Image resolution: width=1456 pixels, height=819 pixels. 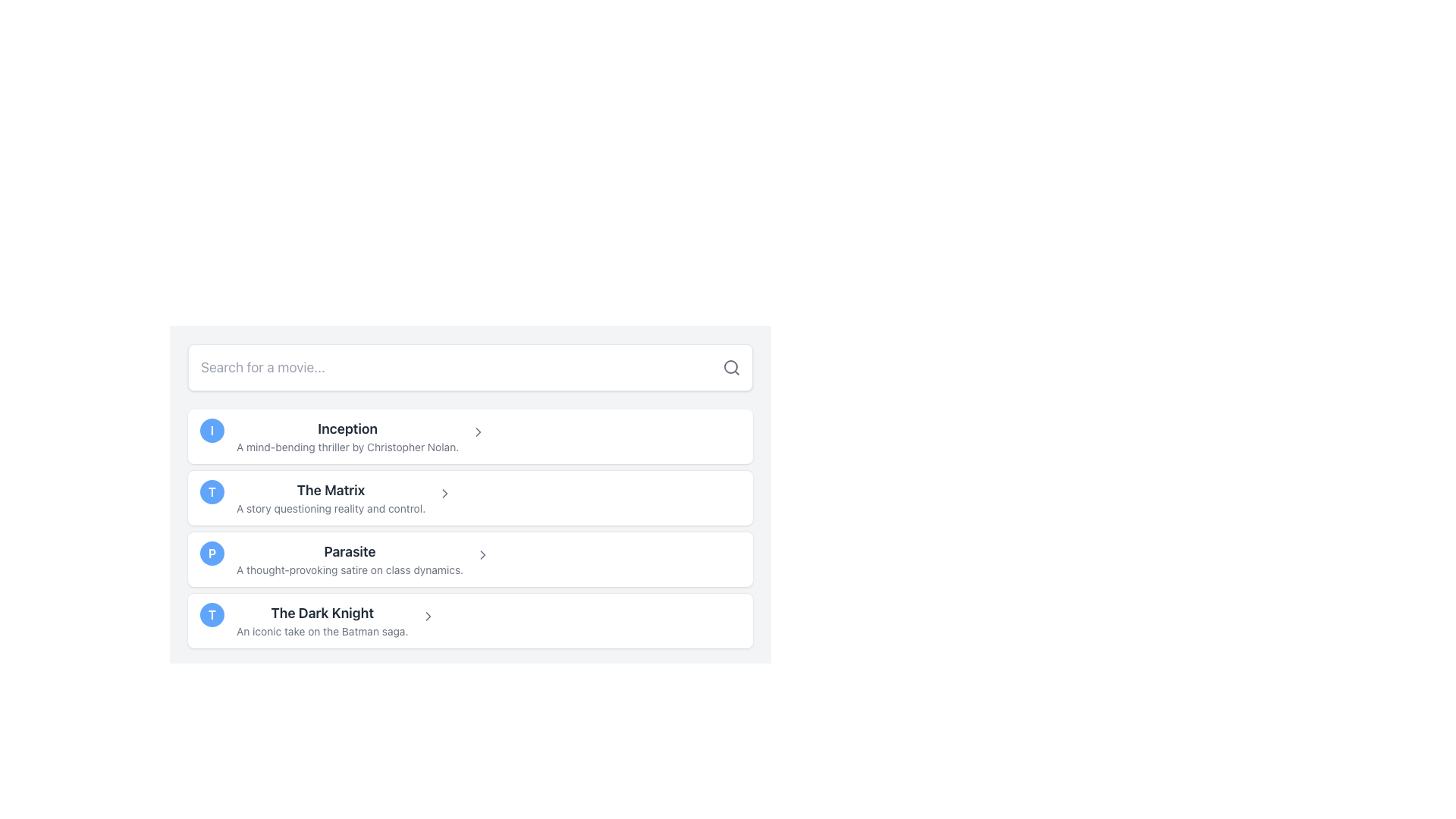 What do you see at coordinates (427, 617) in the screenshot?
I see `the right-pointing chevron icon in the interactive list item for 'The Dark Knight' to interact with the list item` at bounding box center [427, 617].